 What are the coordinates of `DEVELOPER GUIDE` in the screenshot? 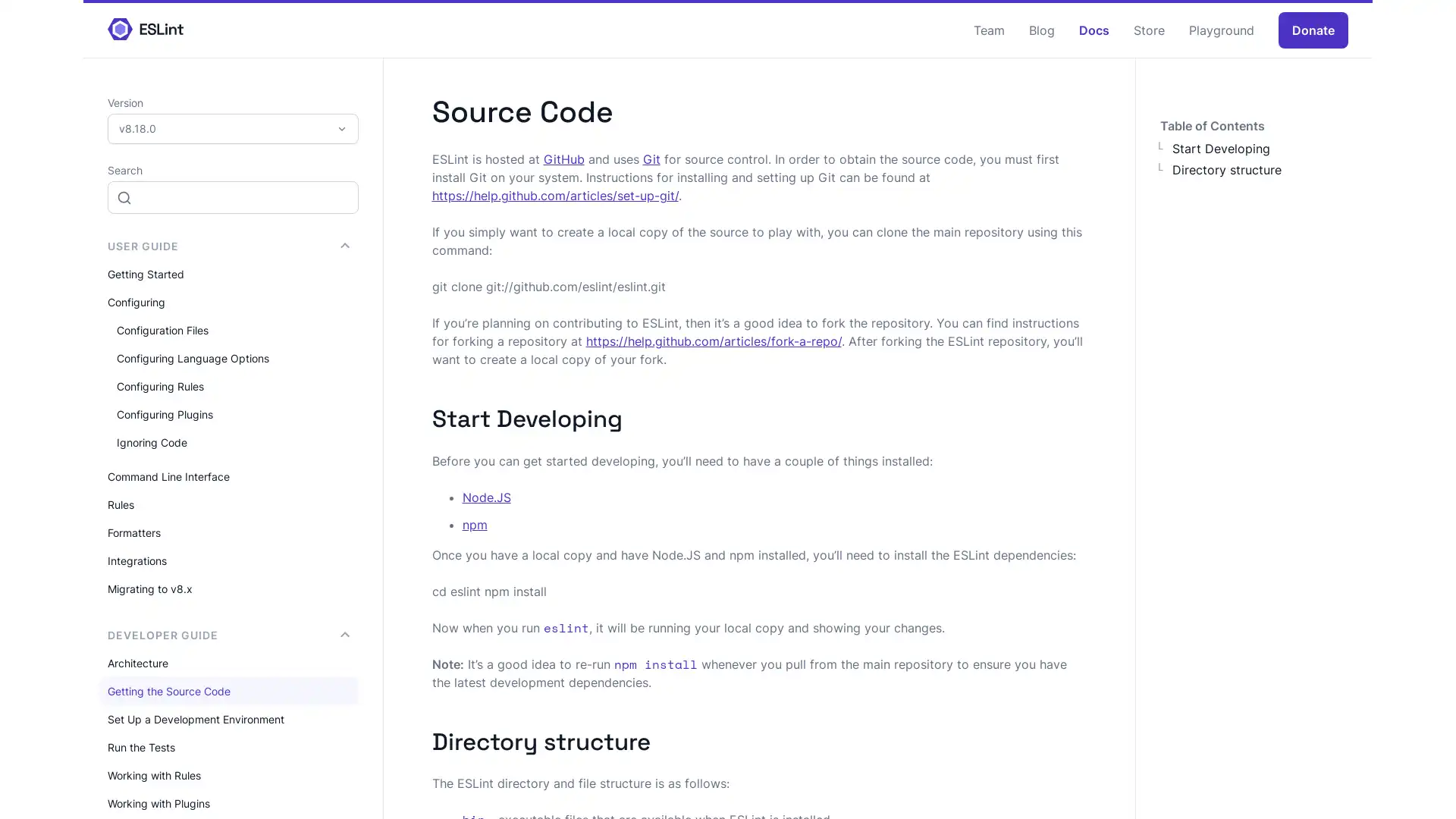 It's located at (227, 634).